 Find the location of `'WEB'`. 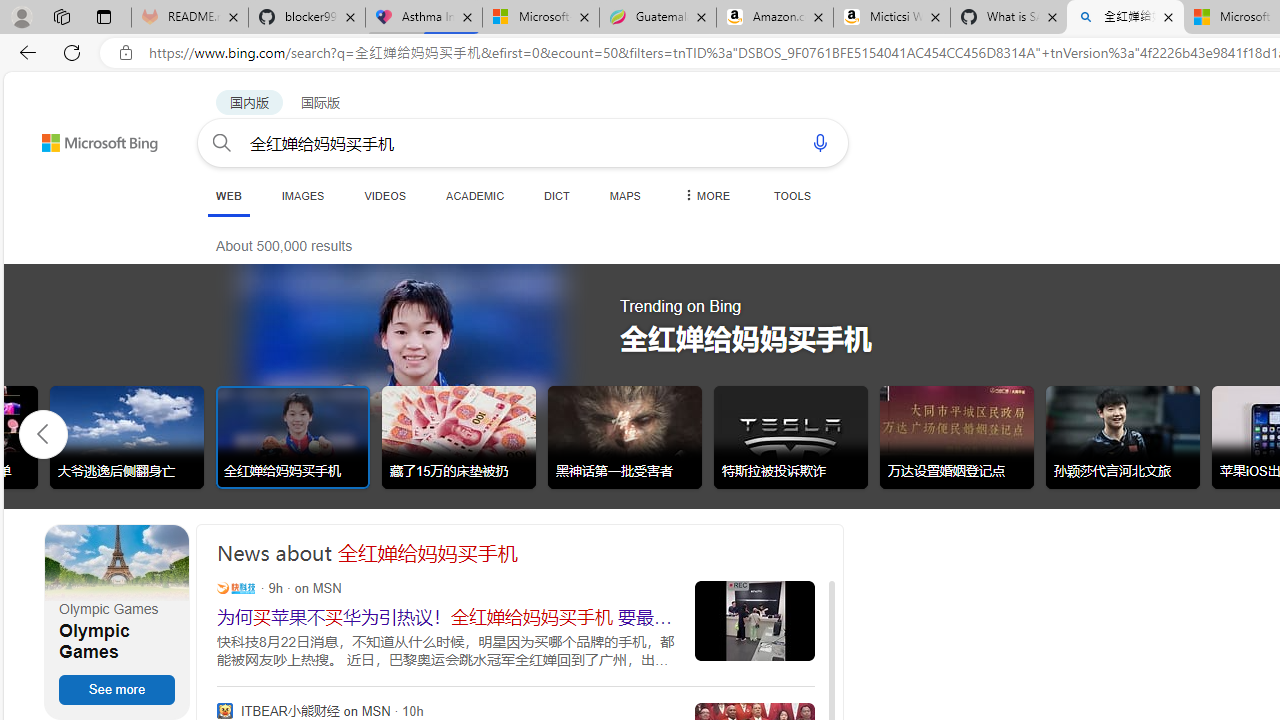

'WEB' is located at coordinates (228, 195).